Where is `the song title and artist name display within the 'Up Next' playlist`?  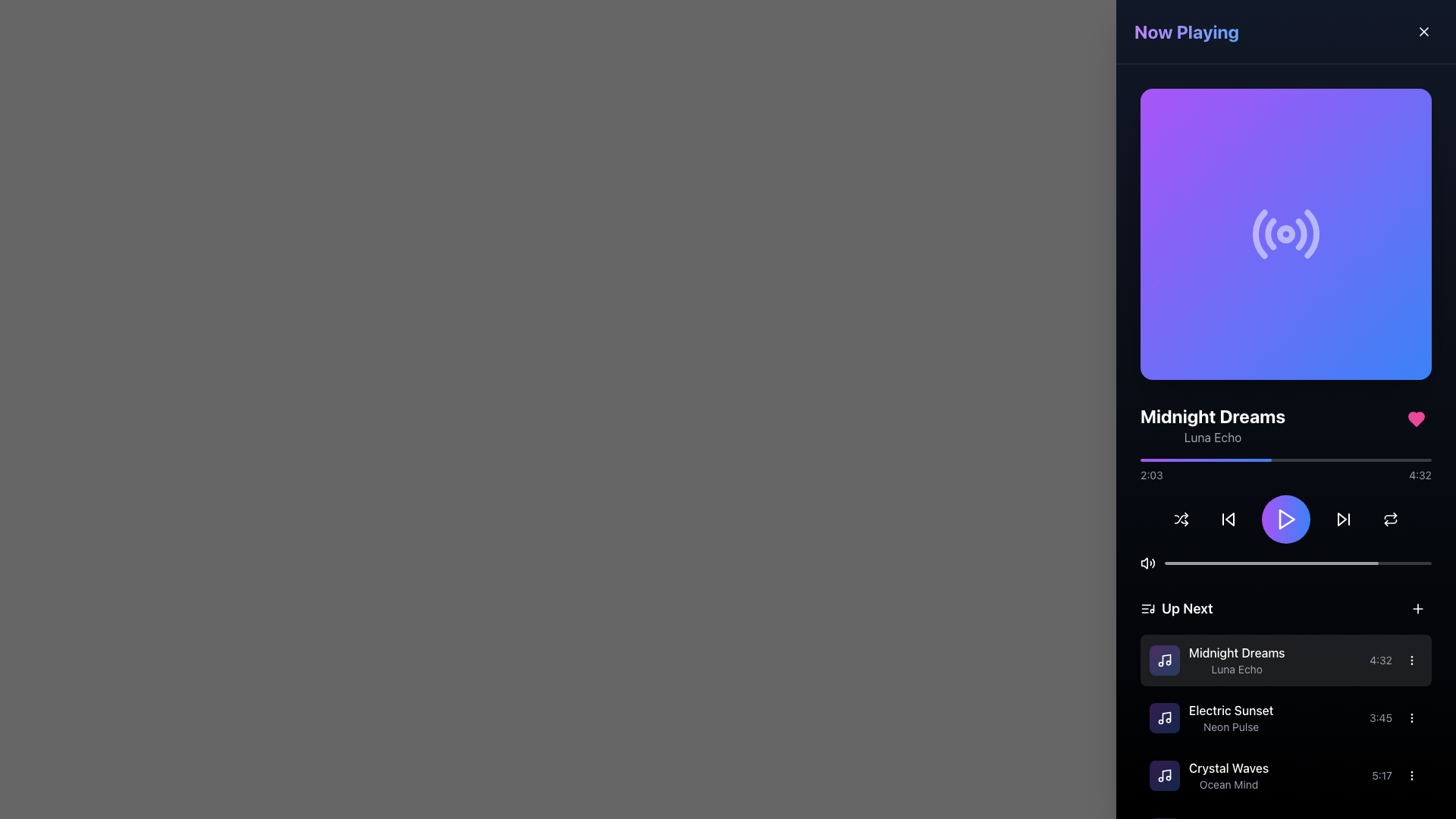
the song title and artist name display within the 'Up Next' playlist is located at coordinates (1217, 660).